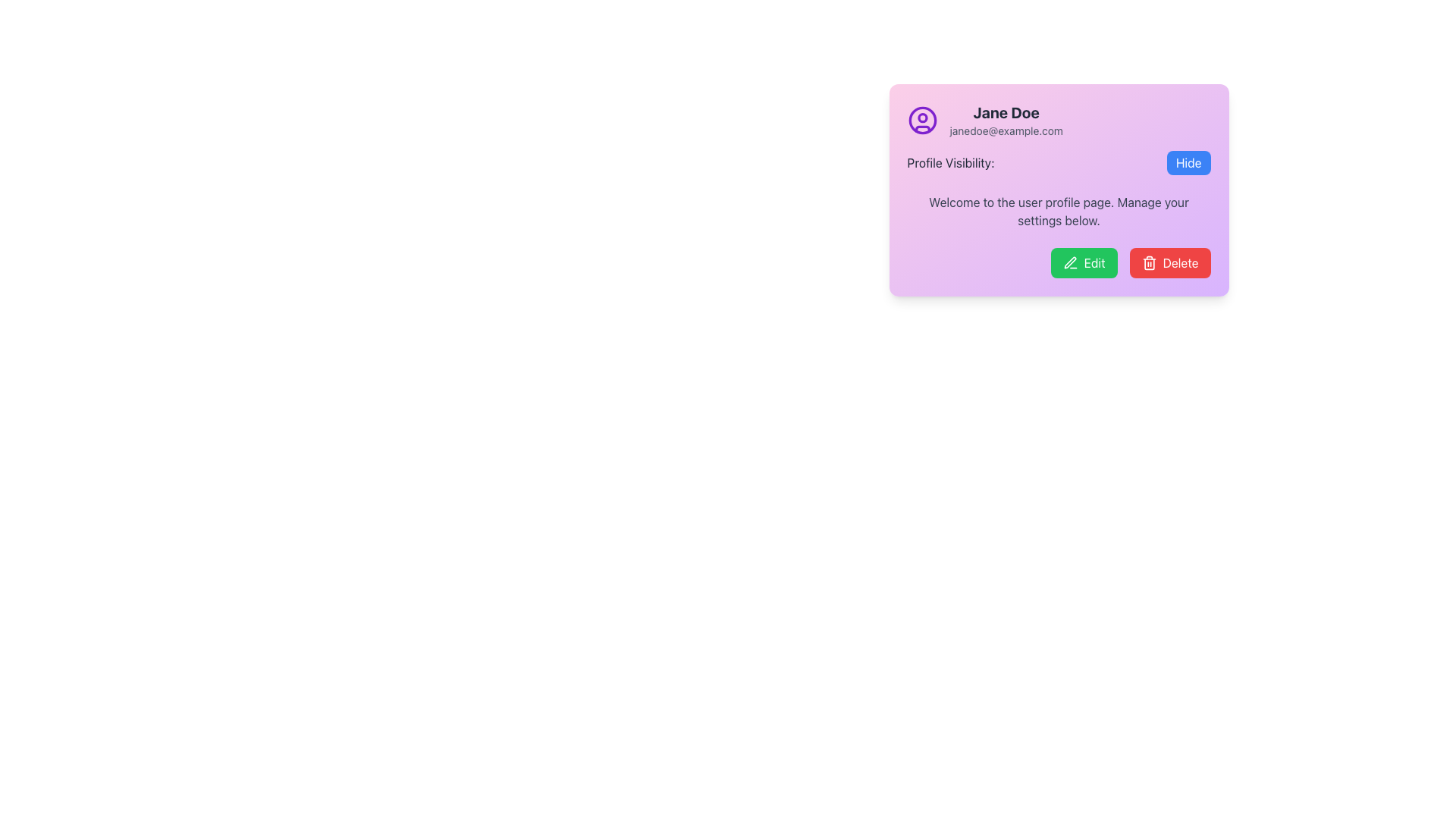 This screenshot has width=1456, height=819. What do you see at coordinates (921, 119) in the screenshot?
I see `the decorative user profile icon located at the top-left corner of the user profile card` at bounding box center [921, 119].